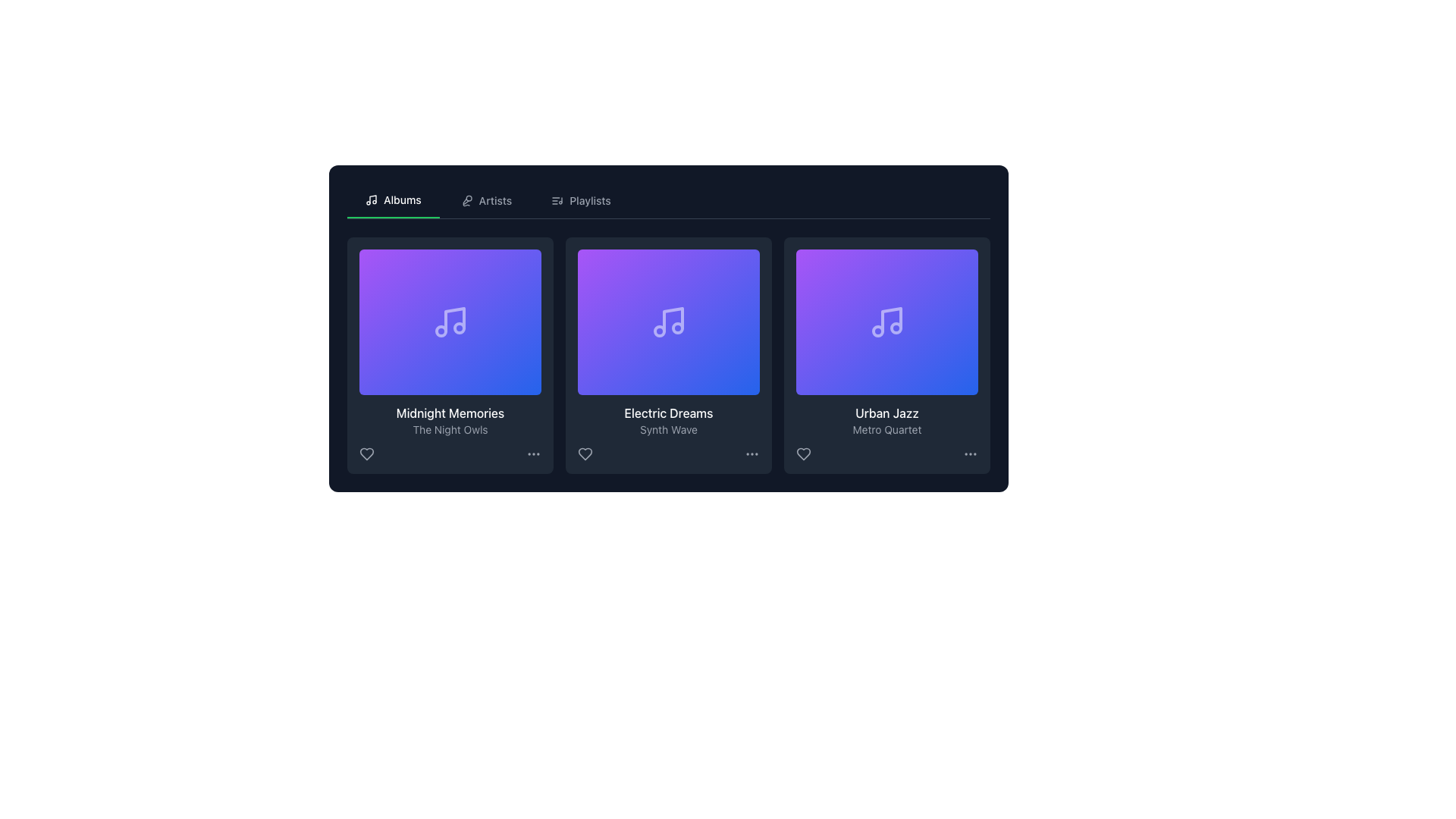  I want to click on the rightmost circle shape within the music-themed icon on the first card labeled 'Midnight Memories', so click(458, 327).